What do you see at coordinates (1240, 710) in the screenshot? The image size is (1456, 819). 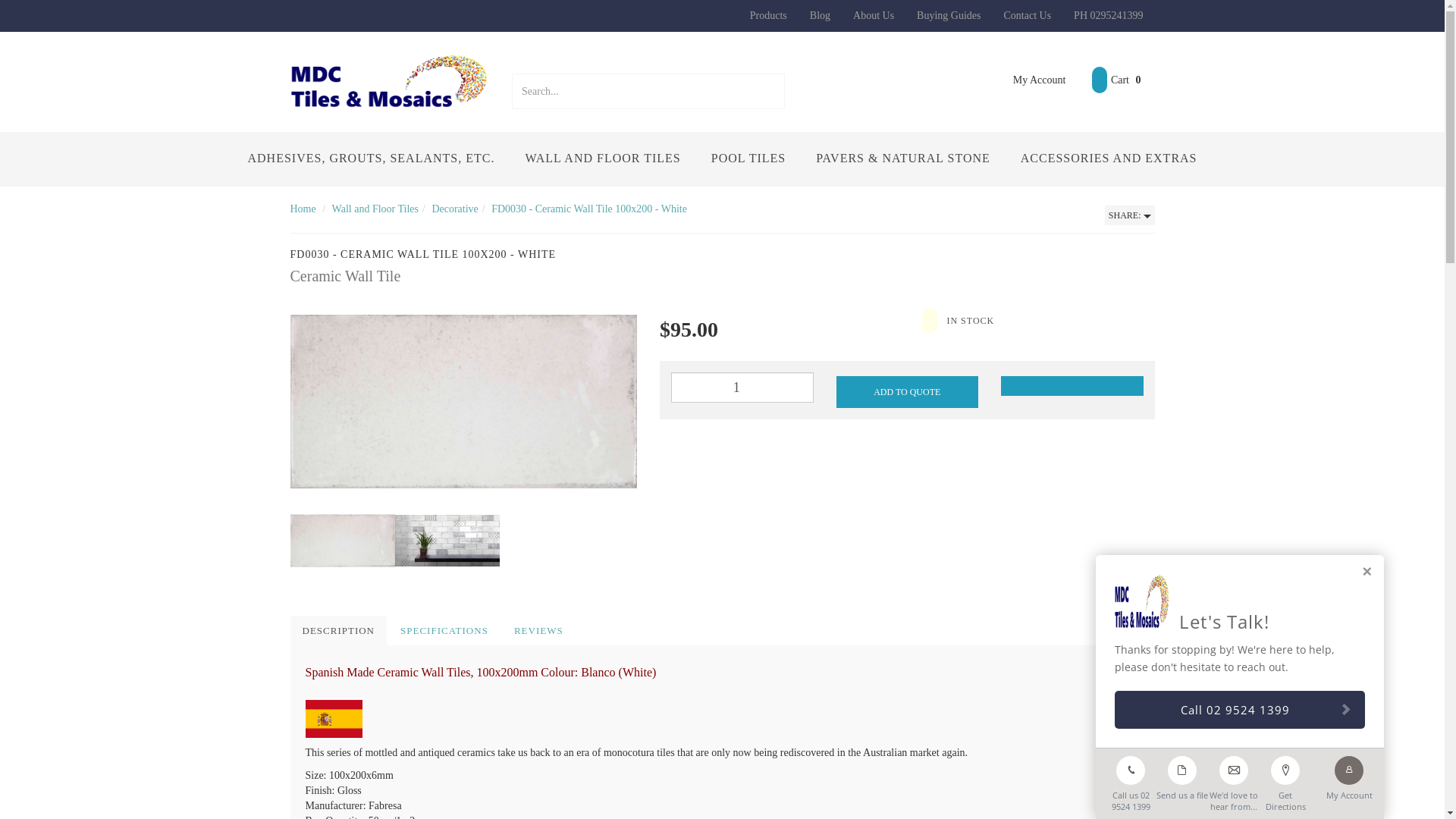 I see `'Call 02 9524 1399'` at bounding box center [1240, 710].